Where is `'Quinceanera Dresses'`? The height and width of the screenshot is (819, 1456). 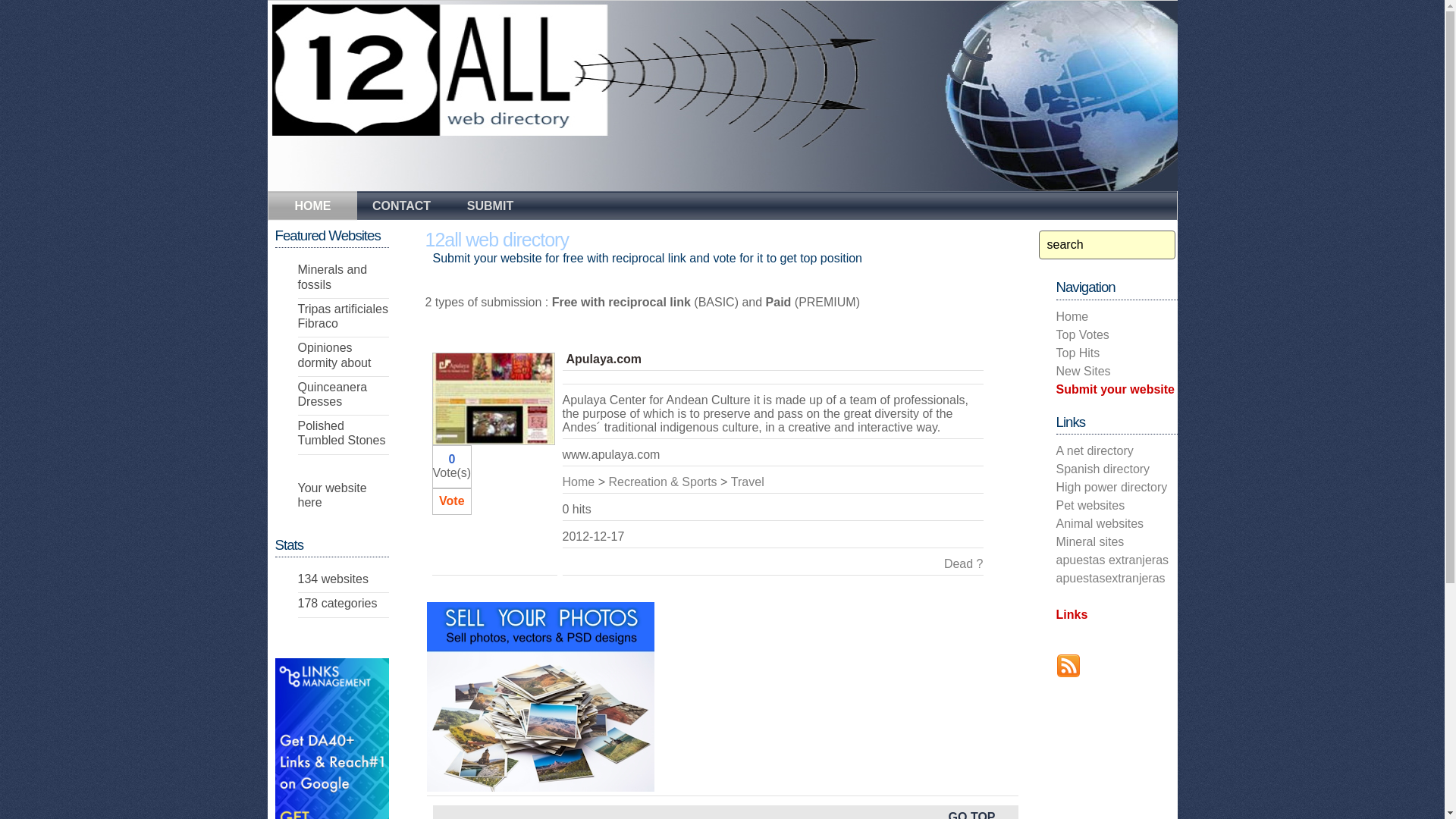 'Quinceanera Dresses' is located at coordinates (297, 394).